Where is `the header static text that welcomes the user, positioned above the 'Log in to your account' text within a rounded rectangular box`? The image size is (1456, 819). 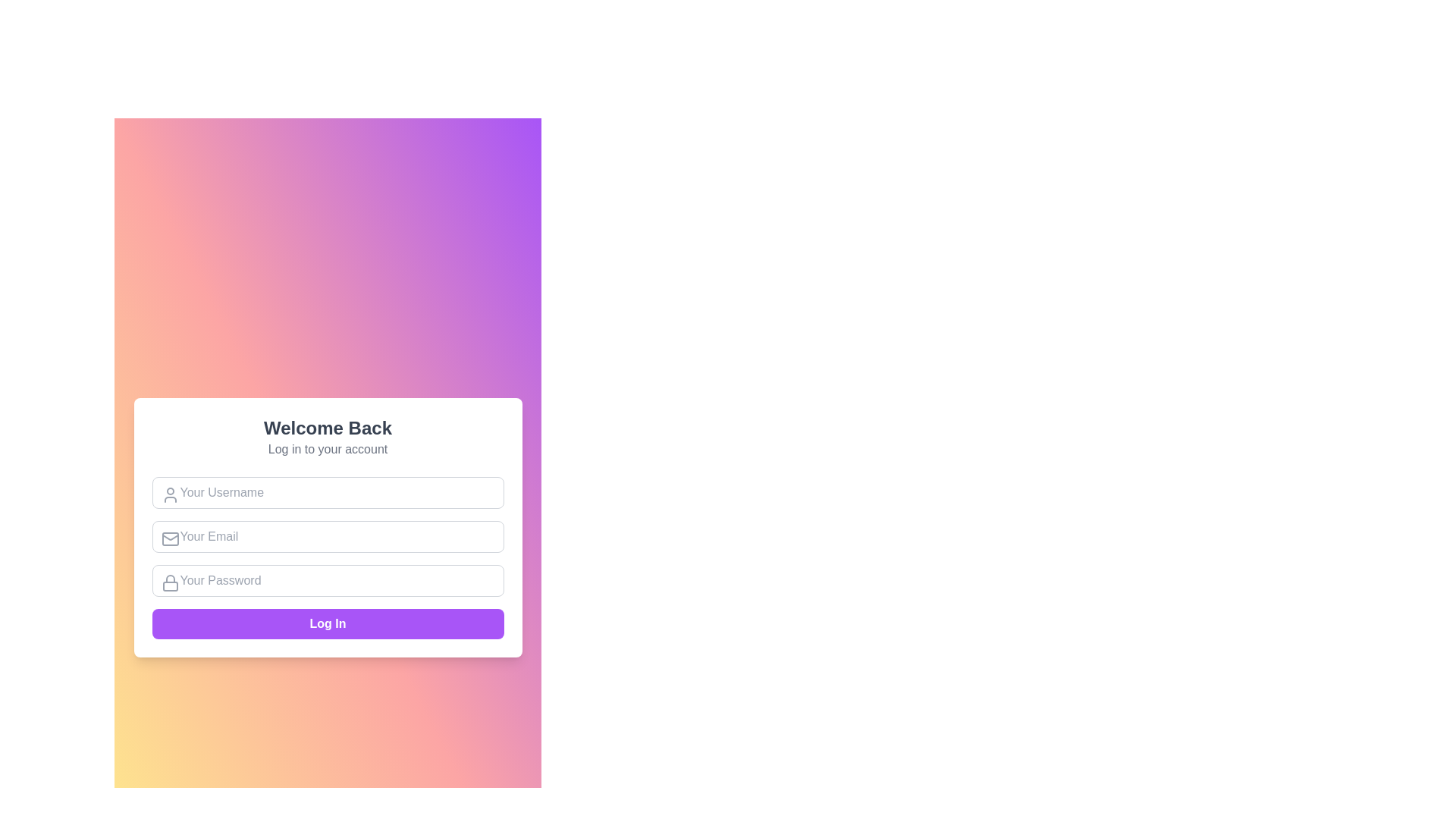
the header static text that welcomes the user, positioned above the 'Log in to your account' text within a rounded rectangular box is located at coordinates (327, 428).